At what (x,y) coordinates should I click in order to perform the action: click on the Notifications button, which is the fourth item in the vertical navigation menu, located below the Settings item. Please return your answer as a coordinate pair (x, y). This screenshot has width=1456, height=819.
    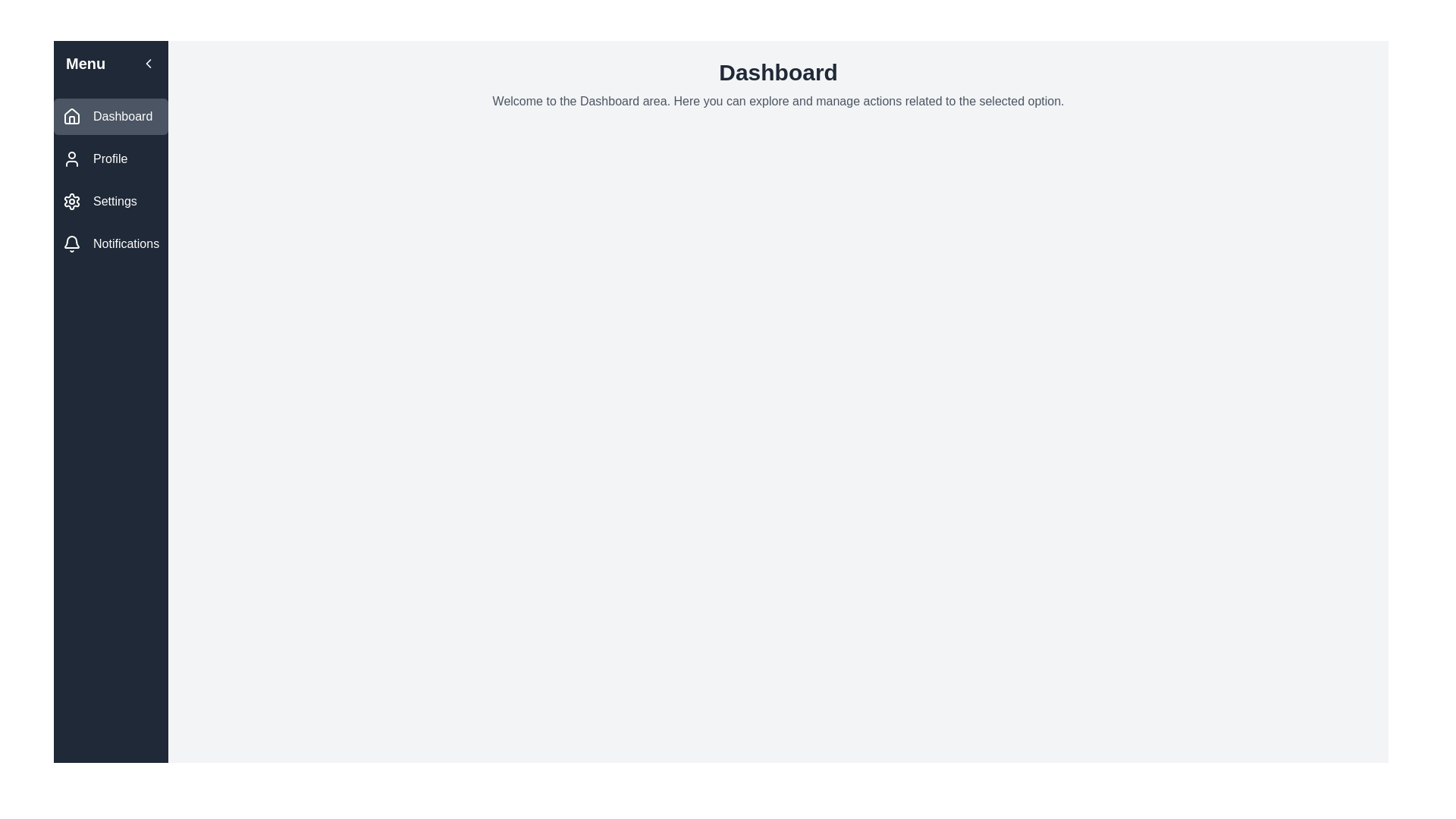
    Looking at the image, I should click on (110, 243).